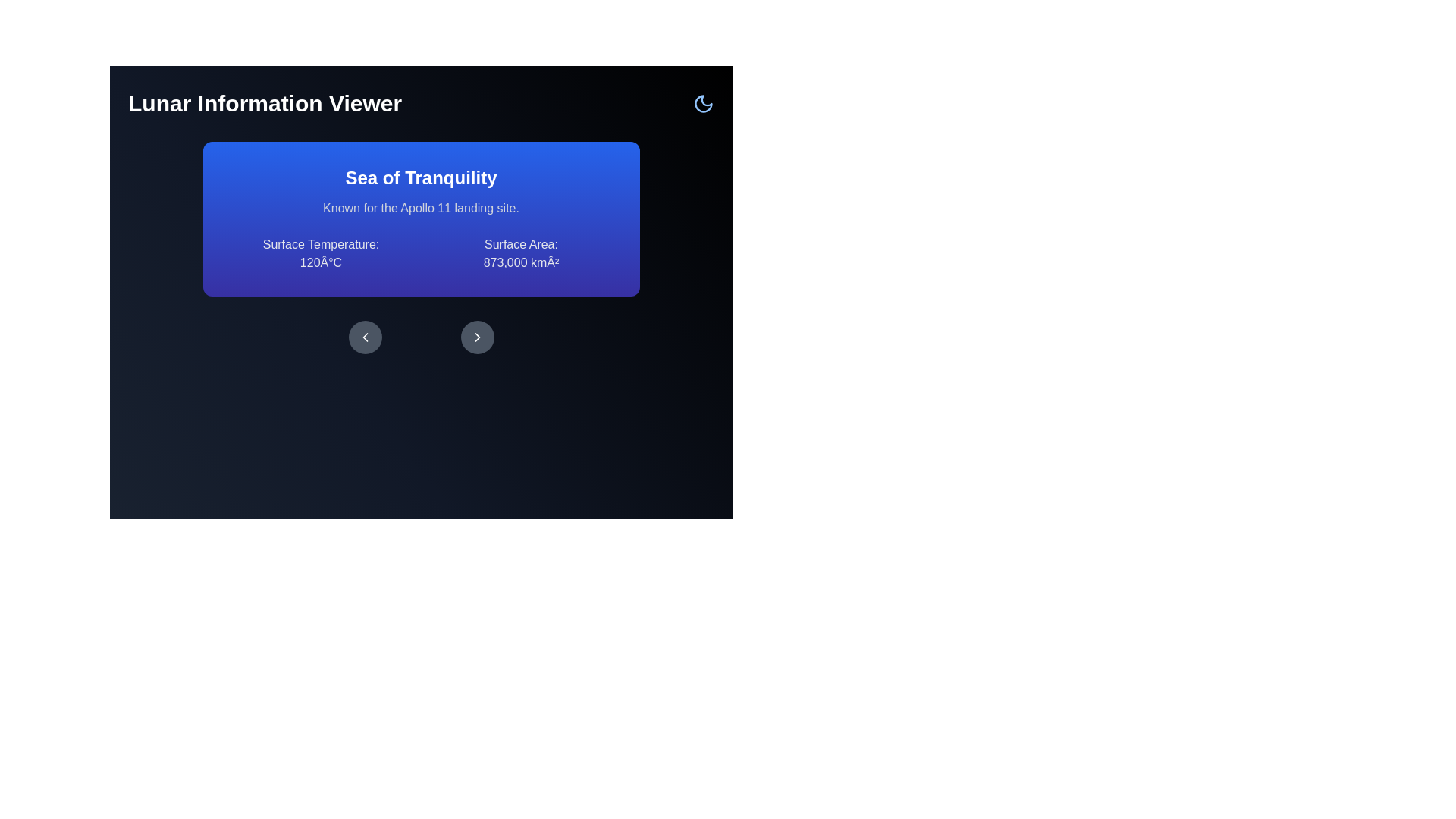  I want to click on the second circular navigation button located beneath the main content area, so click(476, 336).